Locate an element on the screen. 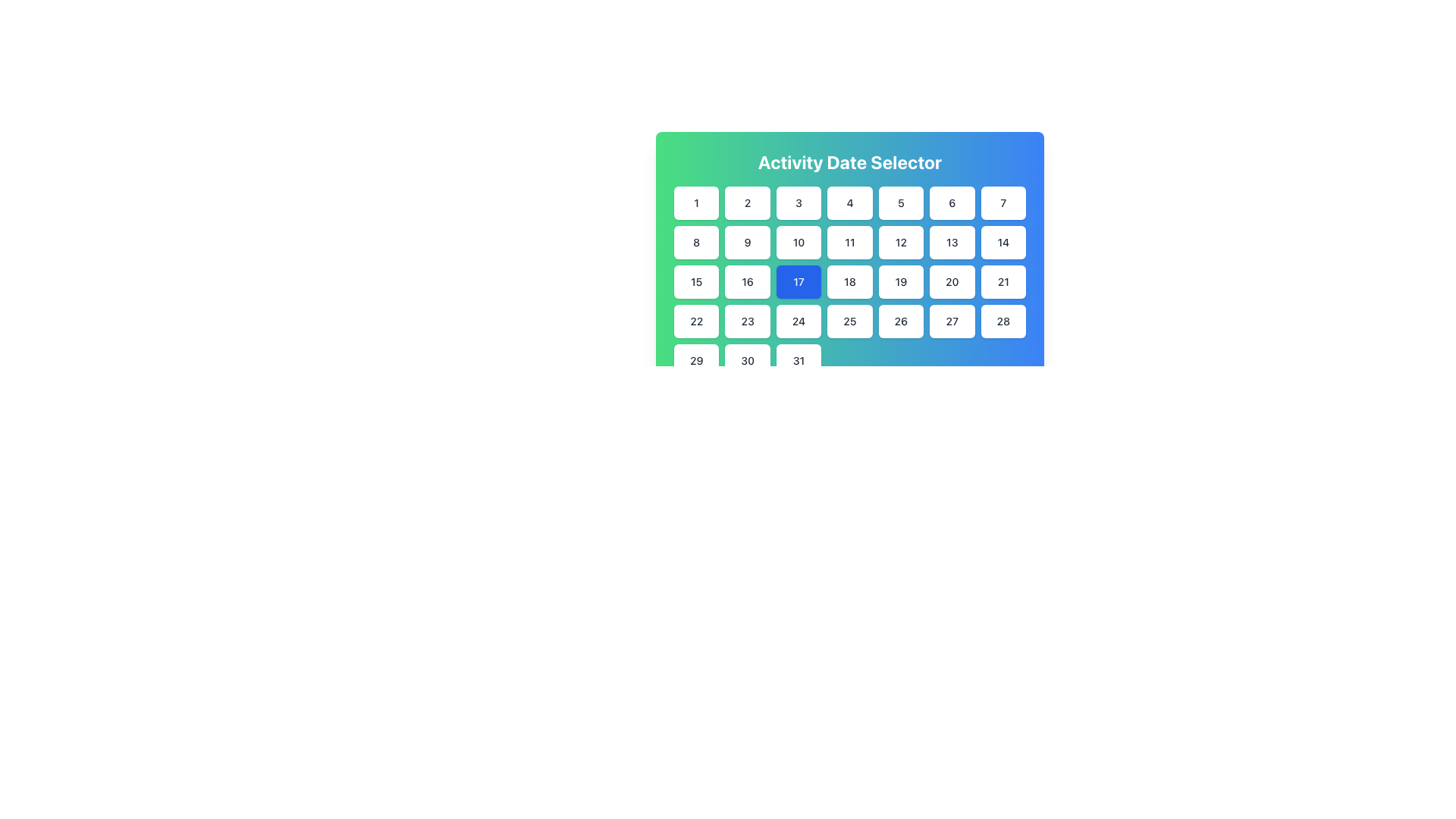 The height and width of the screenshot is (819, 1456). the button displaying the number '1' in a bold font, located is located at coordinates (695, 202).